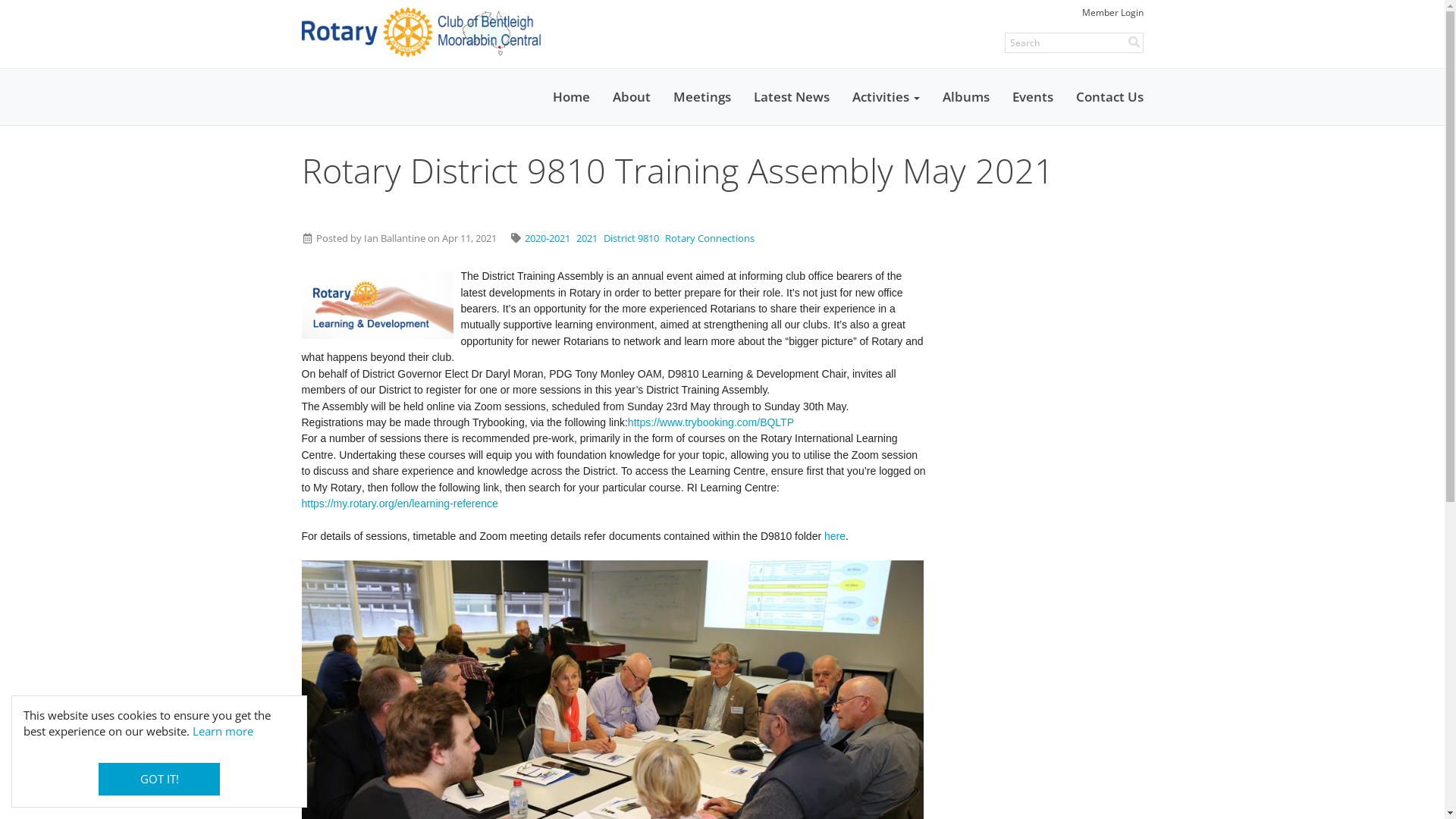 The image size is (1456, 819). Describe the element at coordinates (159, 779) in the screenshot. I see `'GOT IT!'` at that location.